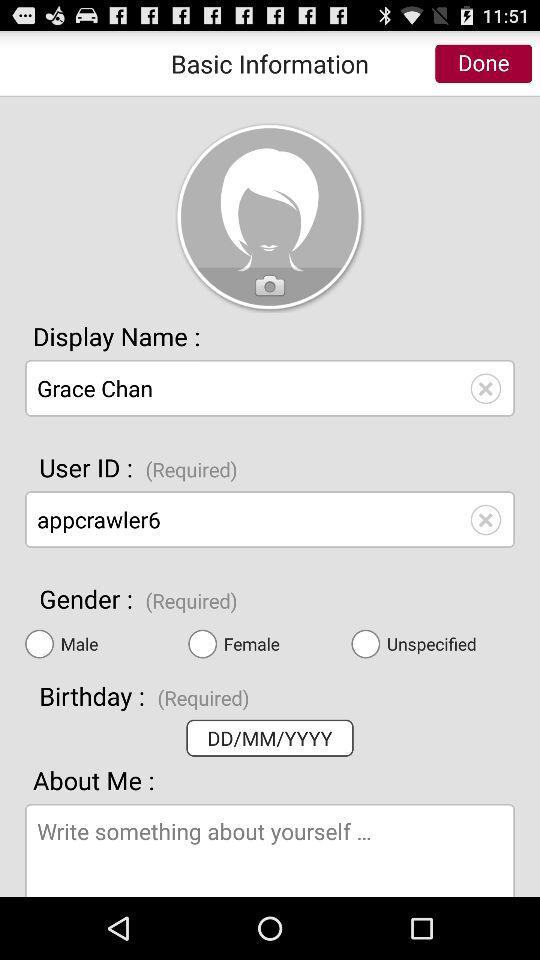 This screenshot has width=540, height=960. I want to click on the close icon, so click(485, 415).